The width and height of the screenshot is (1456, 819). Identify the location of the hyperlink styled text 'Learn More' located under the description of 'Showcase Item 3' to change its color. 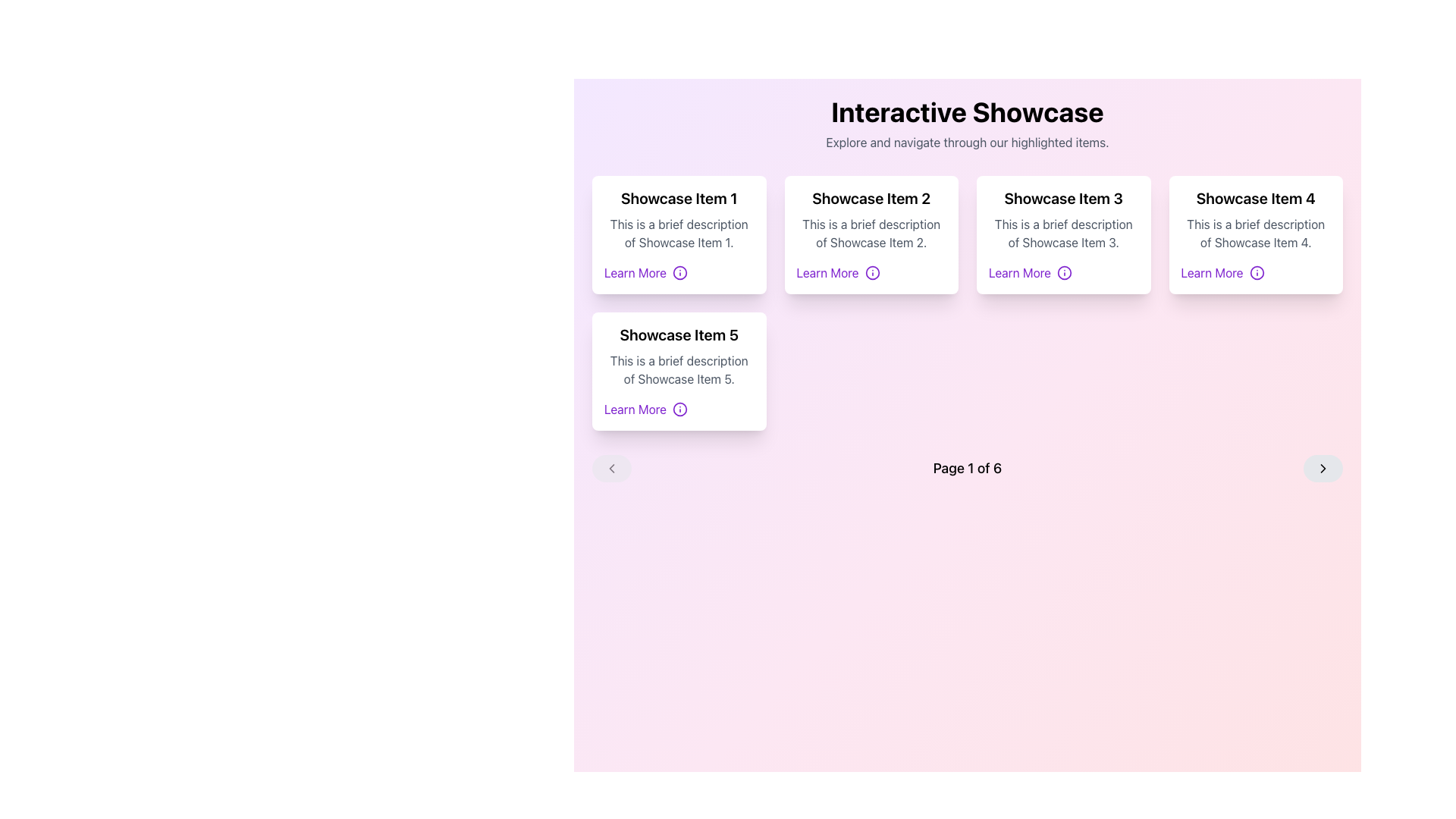
(1062, 271).